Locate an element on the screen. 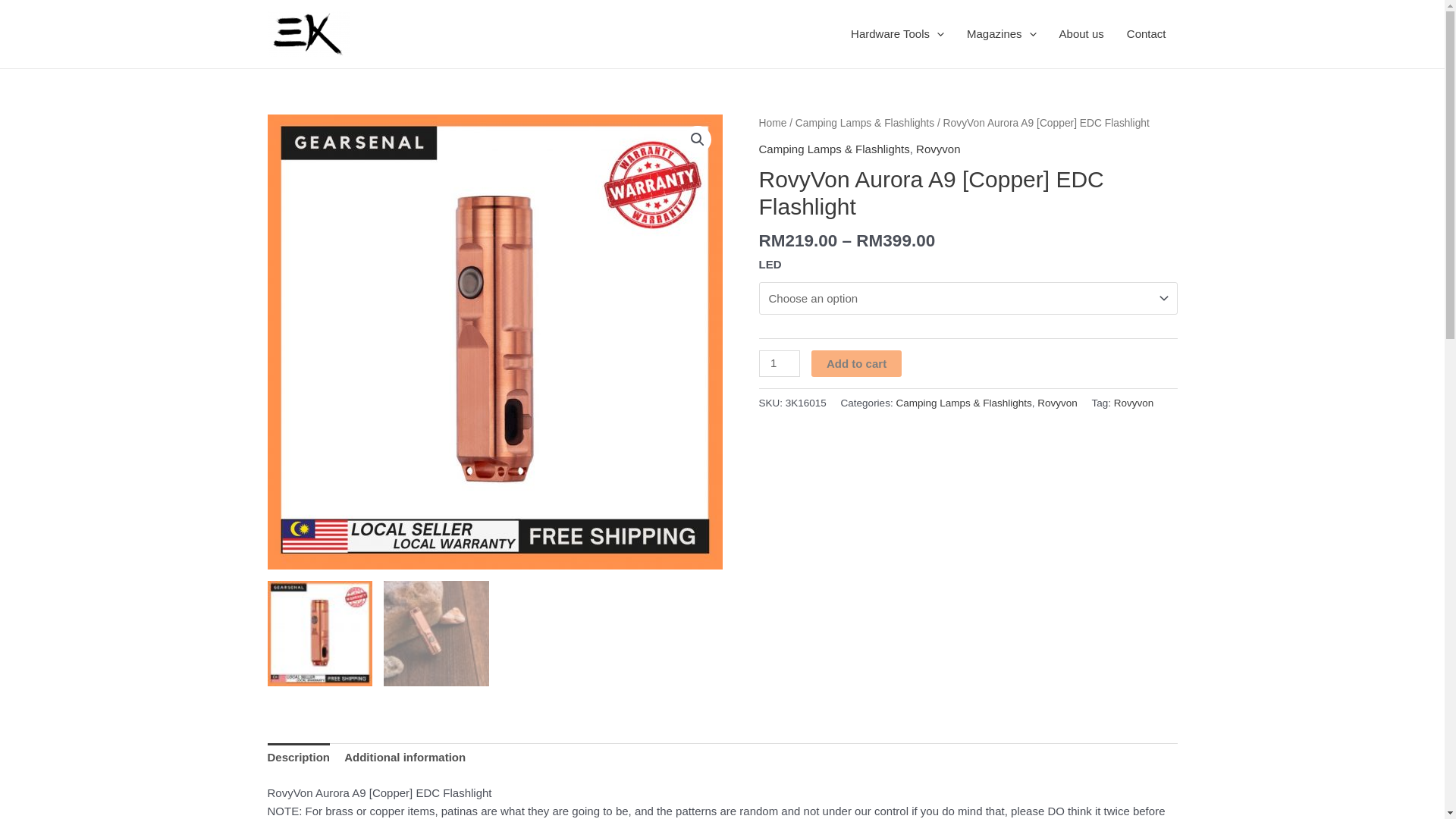 The width and height of the screenshot is (1456, 819). 'Rovyvon' is located at coordinates (1134, 402).